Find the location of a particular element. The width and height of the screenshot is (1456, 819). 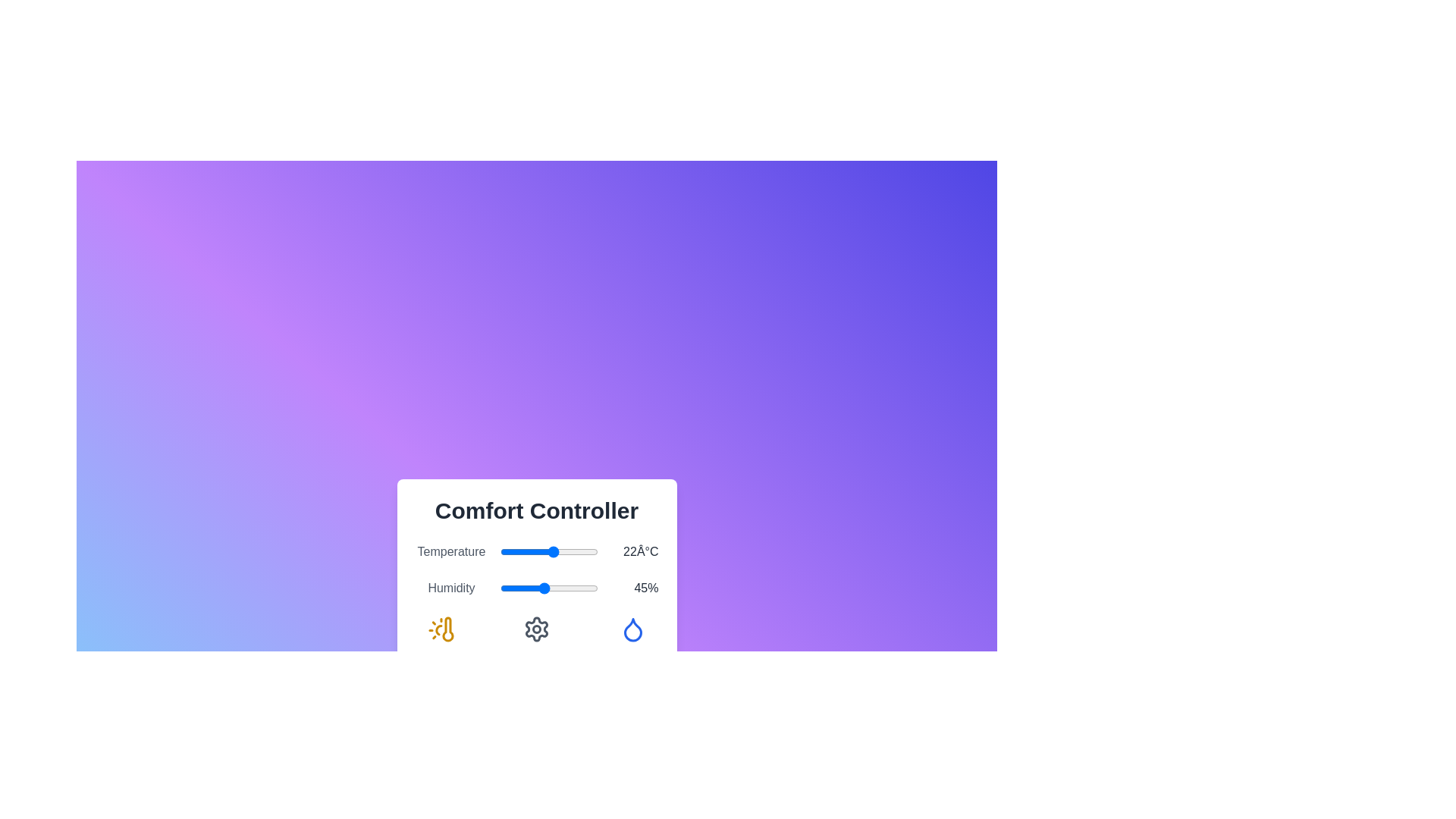

the humidity slider to set the value to 63 is located at coordinates (560, 587).